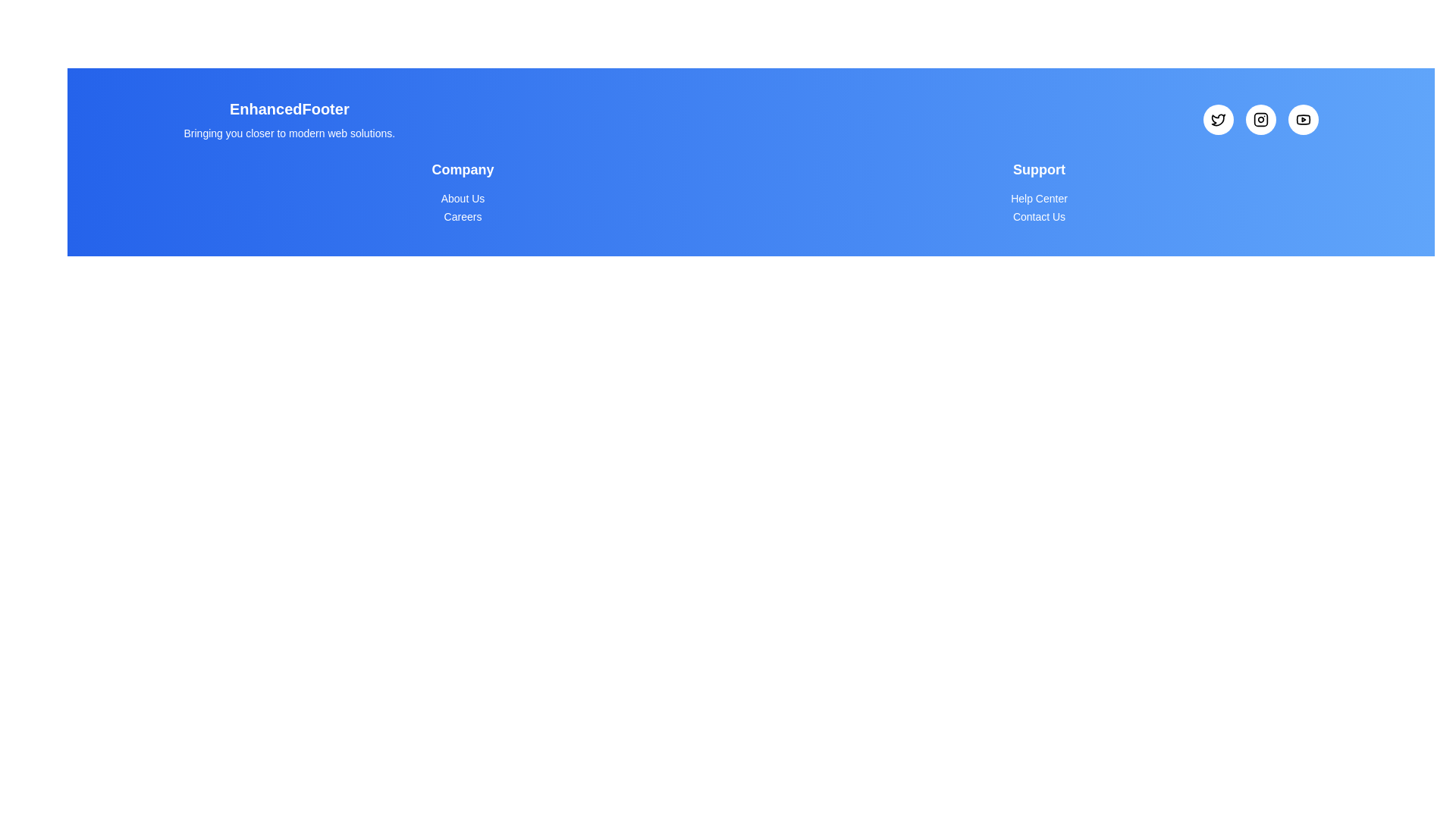  What do you see at coordinates (1038, 169) in the screenshot?
I see `the 'Support' text label styled with bold font and large size, located in the footer section above 'Help Center' and 'Contact Us' links` at bounding box center [1038, 169].